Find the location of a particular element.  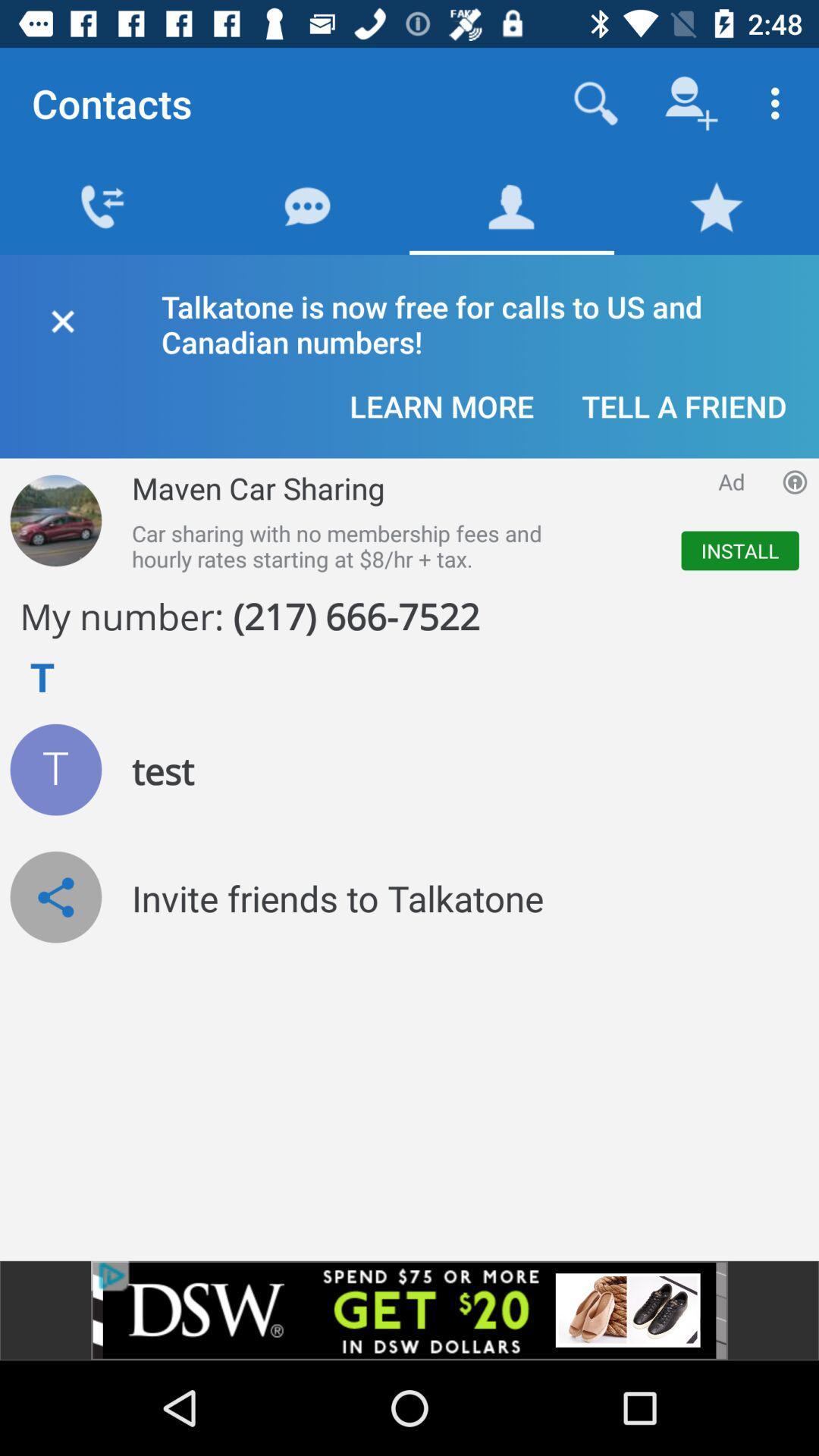

advertisement is located at coordinates (55, 520).